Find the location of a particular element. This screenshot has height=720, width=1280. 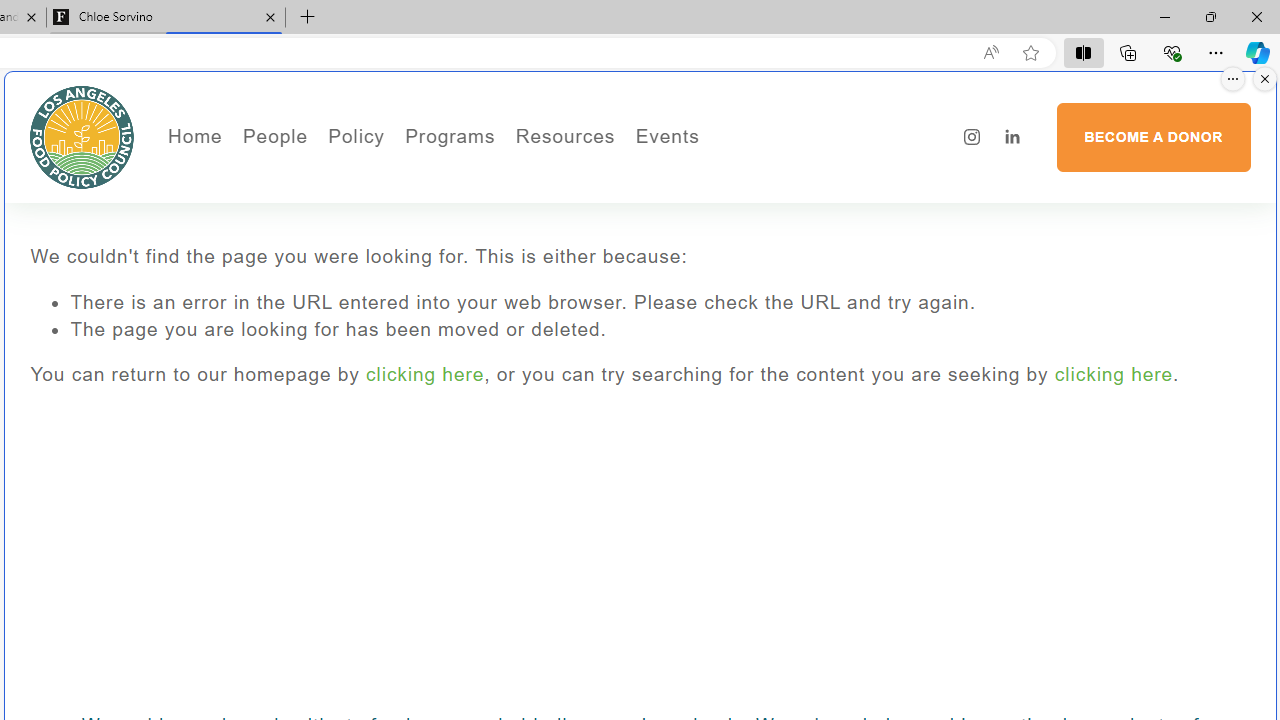

'More options.' is located at coordinates (1232, 78).